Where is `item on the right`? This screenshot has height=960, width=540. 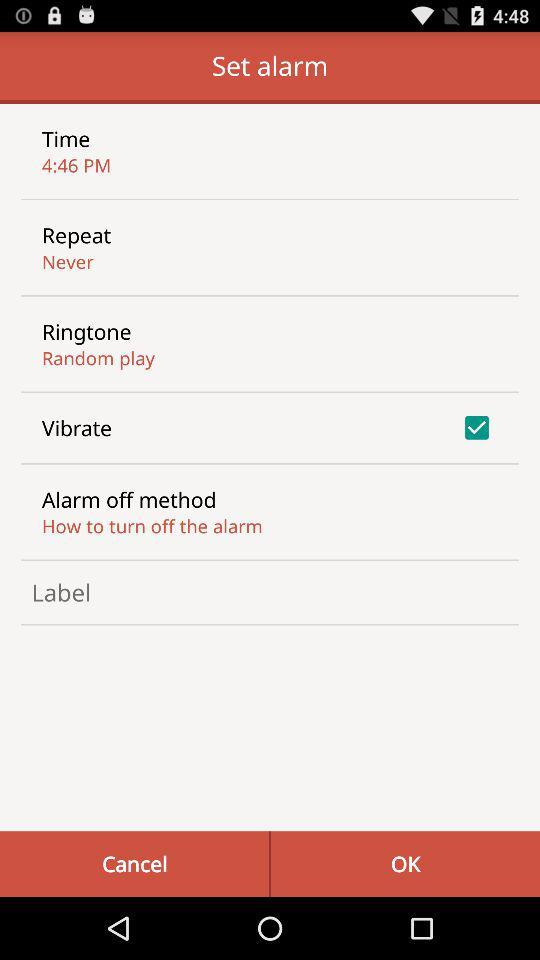
item on the right is located at coordinates (475, 427).